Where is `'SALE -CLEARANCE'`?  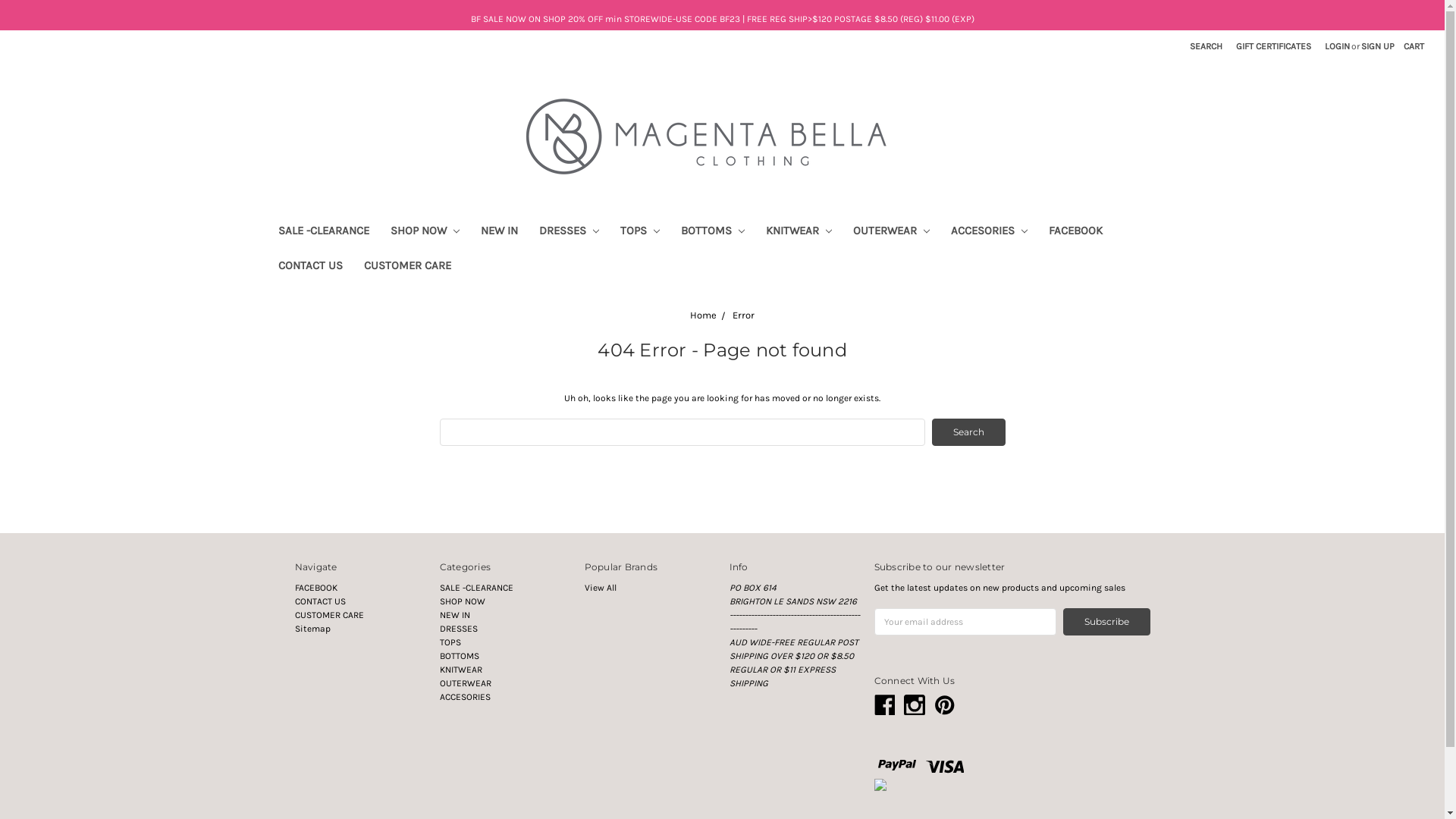 'SALE -CLEARANCE' is located at coordinates (266, 233).